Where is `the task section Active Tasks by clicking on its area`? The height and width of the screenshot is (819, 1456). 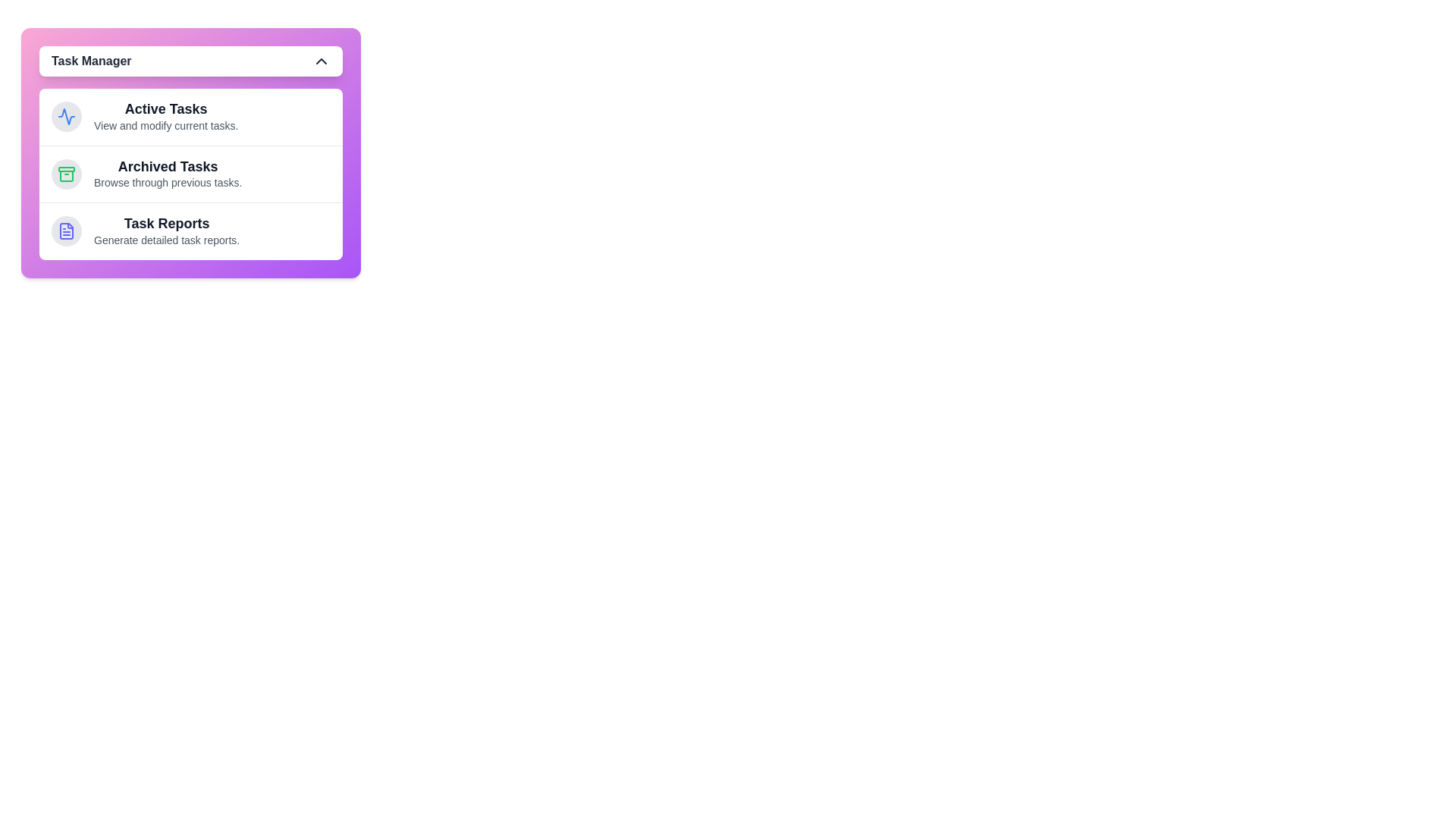 the task section Active Tasks by clicking on its area is located at coordinates (190, 116).